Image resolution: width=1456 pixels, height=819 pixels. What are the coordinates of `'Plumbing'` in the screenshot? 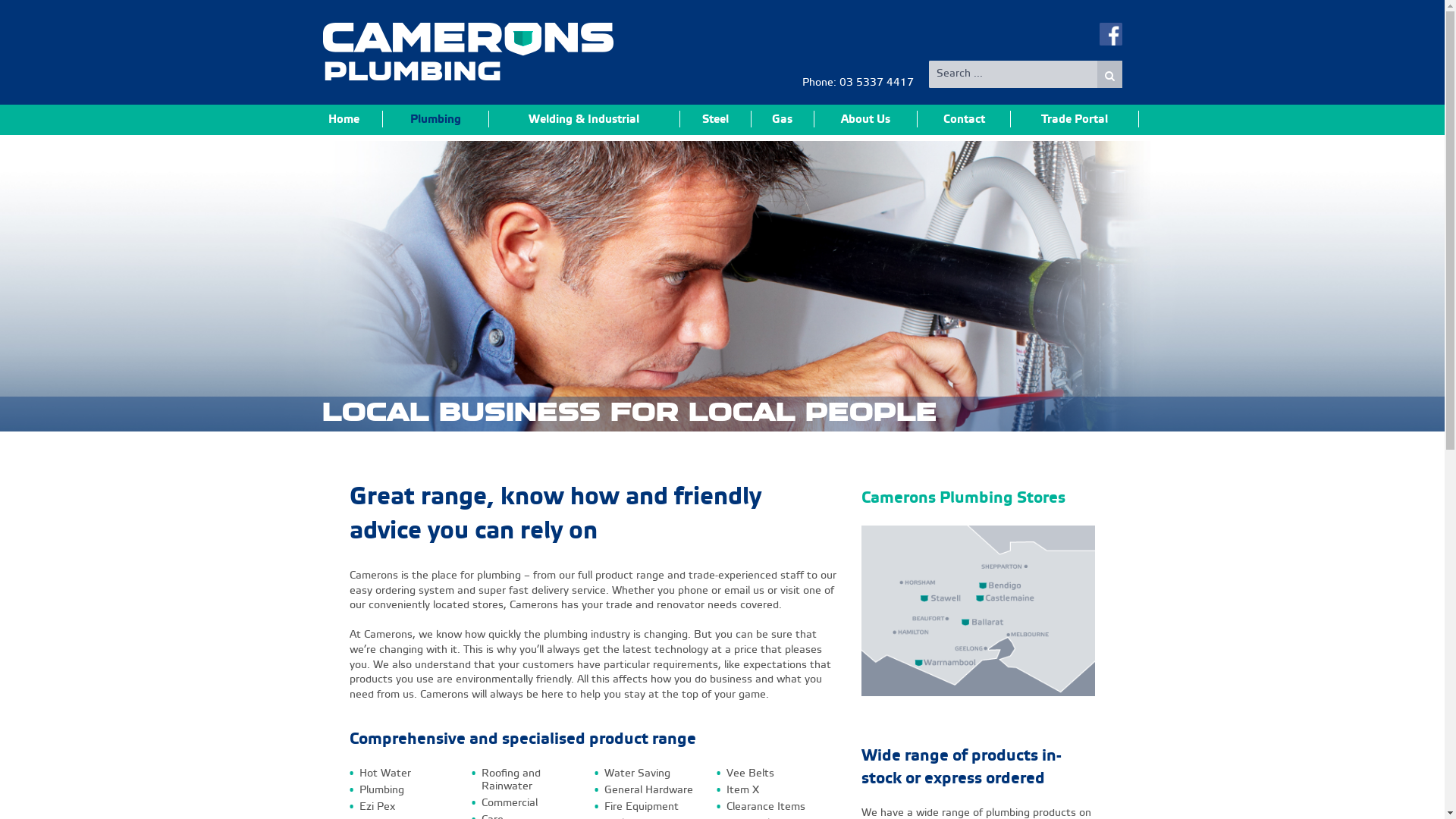 It's located at (435, 118).